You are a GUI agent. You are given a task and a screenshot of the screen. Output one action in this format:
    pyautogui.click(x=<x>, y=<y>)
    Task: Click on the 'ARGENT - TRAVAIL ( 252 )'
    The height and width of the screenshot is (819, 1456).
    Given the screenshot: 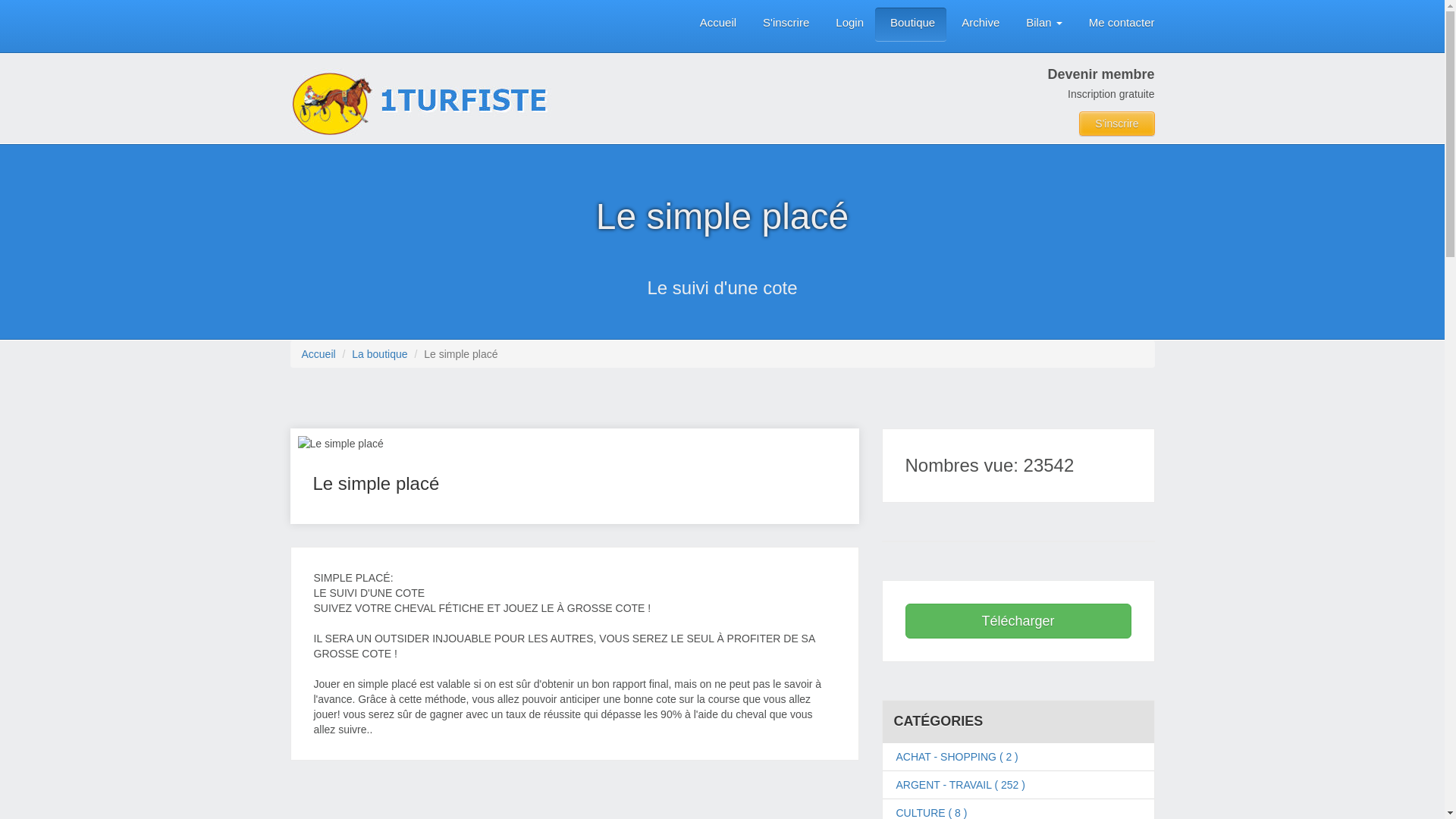 What is the action you would take?
    pyautogui.click(x=960, y=784)
    